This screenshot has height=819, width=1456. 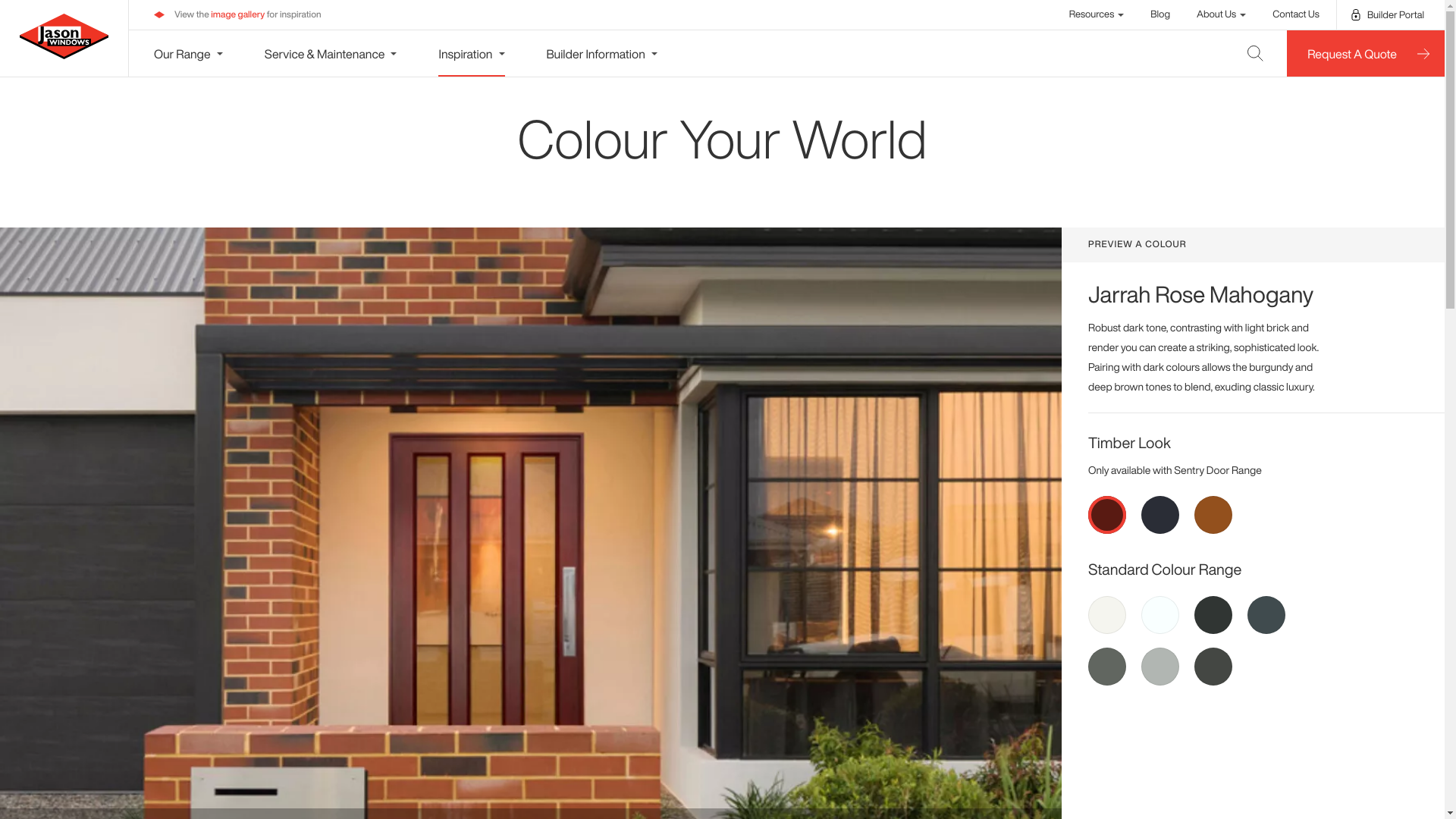 I want to click on 'Skip to Content', so click(x=7, y=7).